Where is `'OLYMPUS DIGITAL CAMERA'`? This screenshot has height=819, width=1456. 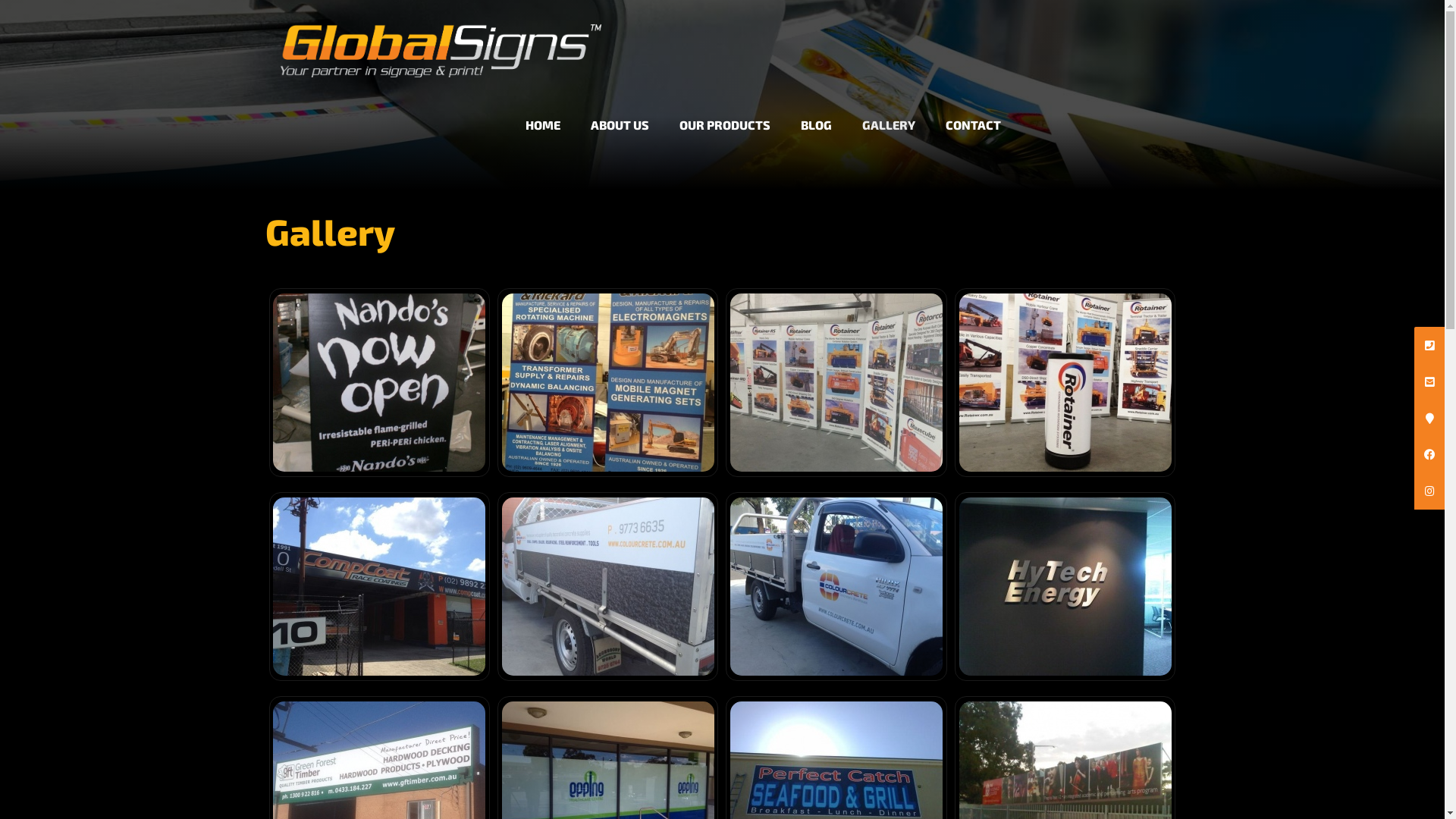 'OLYMPUS DIGITAL CAMERA' is located at coordinates (378, 381).